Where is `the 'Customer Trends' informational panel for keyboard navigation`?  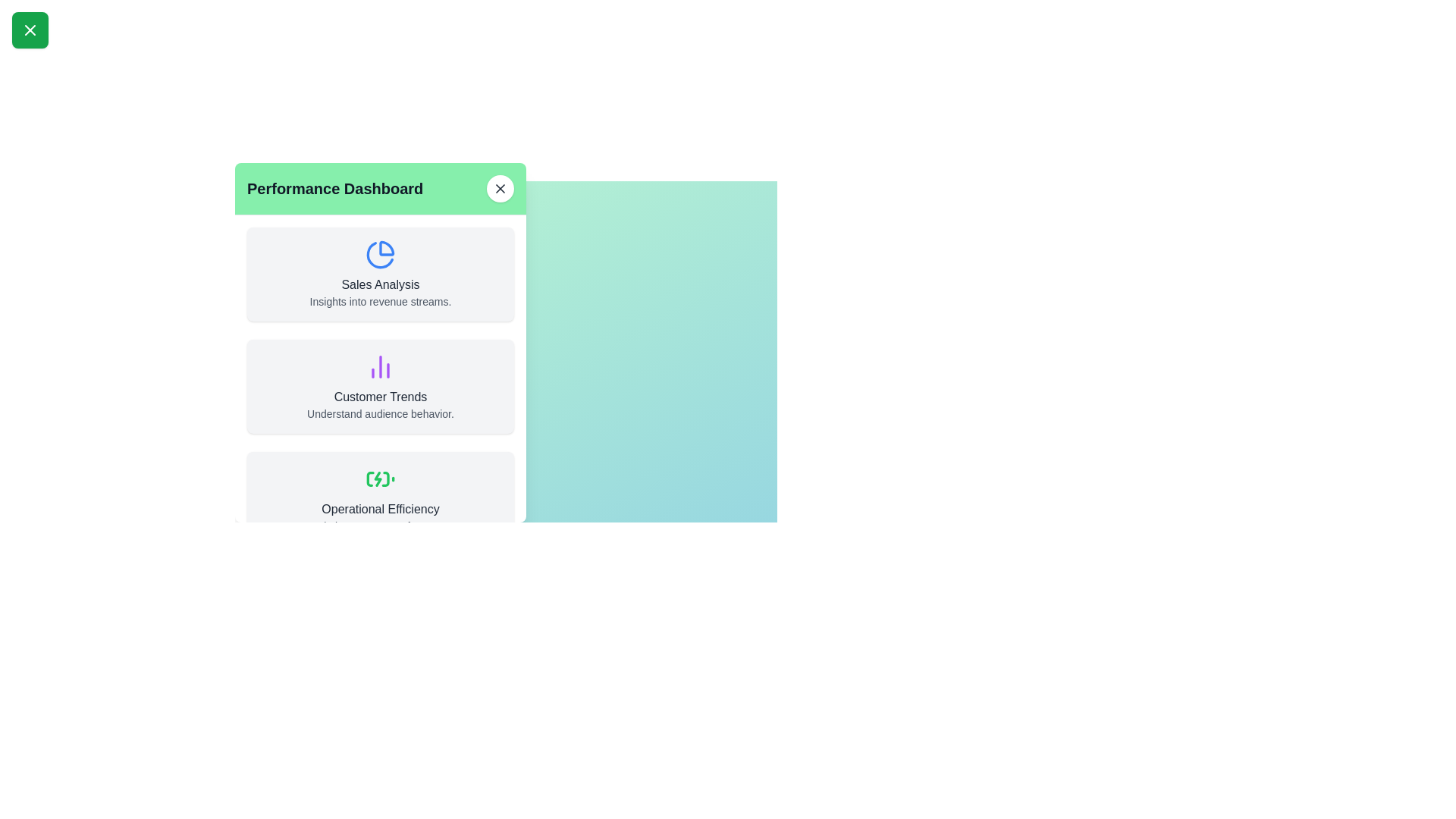
the 'Customer Trends' informational panel for keyboard navigation is located at coordinates (506, 342).